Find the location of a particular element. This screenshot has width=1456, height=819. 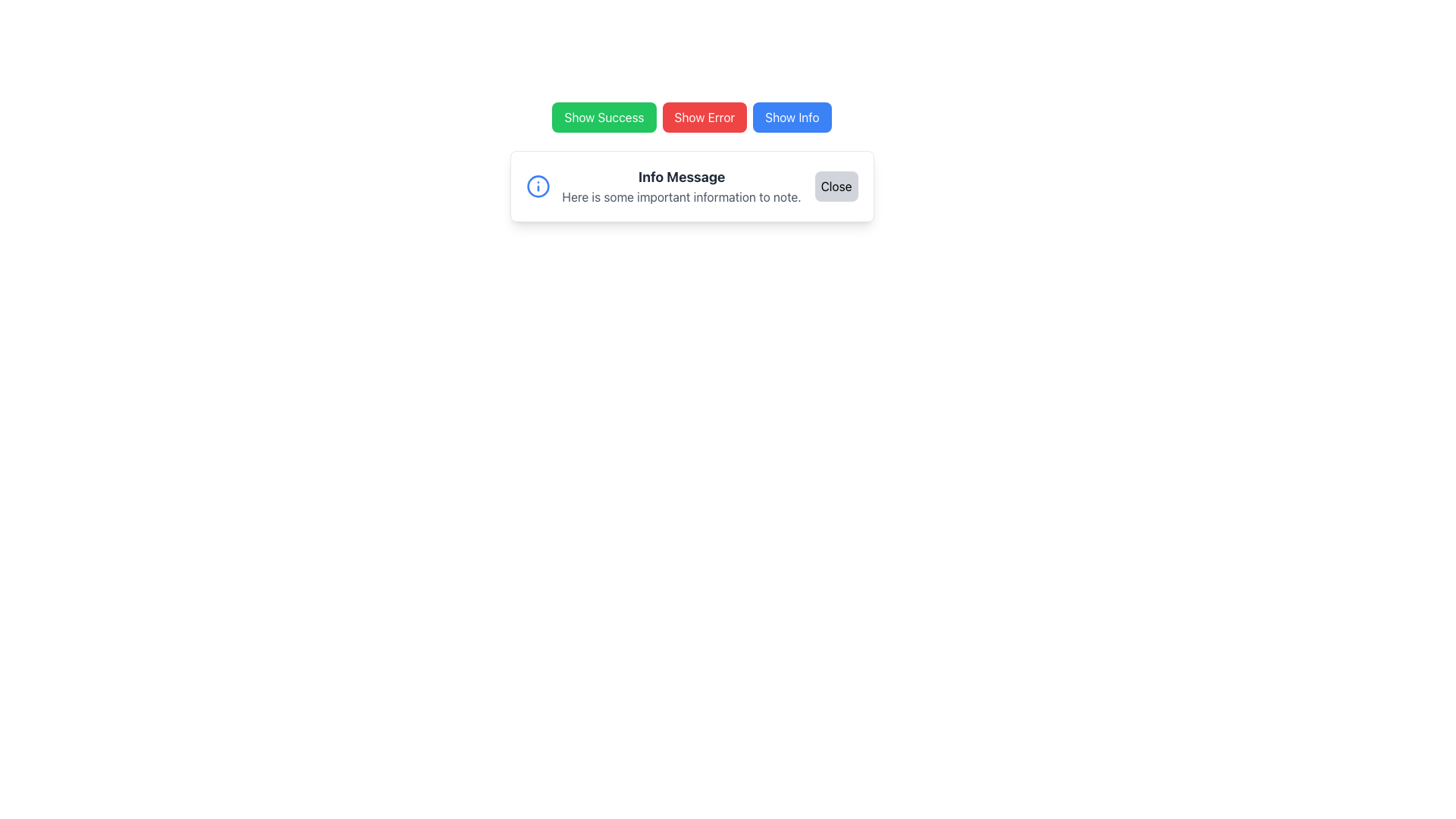

the 'Show Info' button, which has rounded corners, a blue background, and white text is located at coordinates (791, 116).